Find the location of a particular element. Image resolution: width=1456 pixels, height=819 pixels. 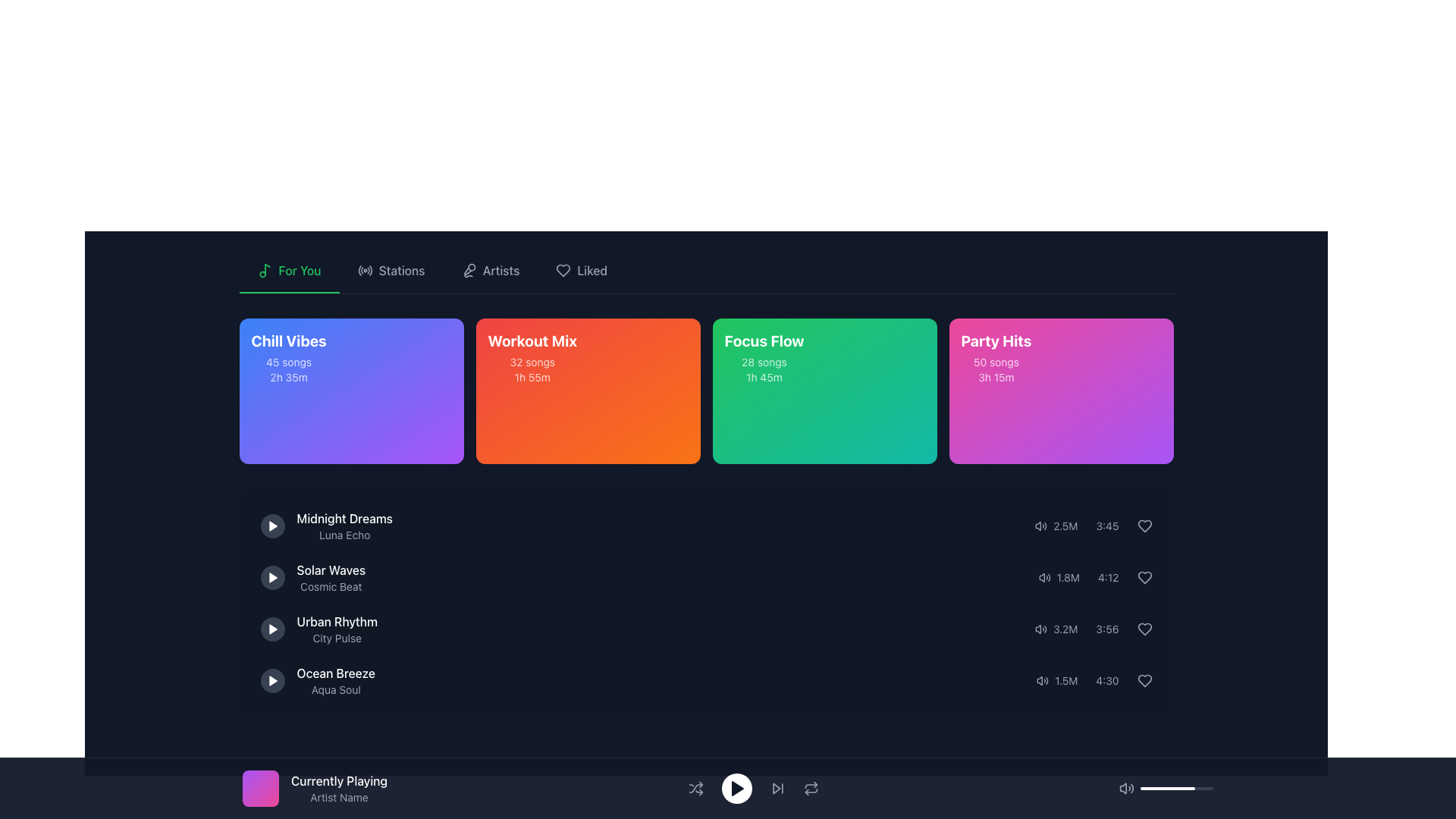

the button located at the top-right area of the 'Focus Flow' card is located at coordinates (909, 351).